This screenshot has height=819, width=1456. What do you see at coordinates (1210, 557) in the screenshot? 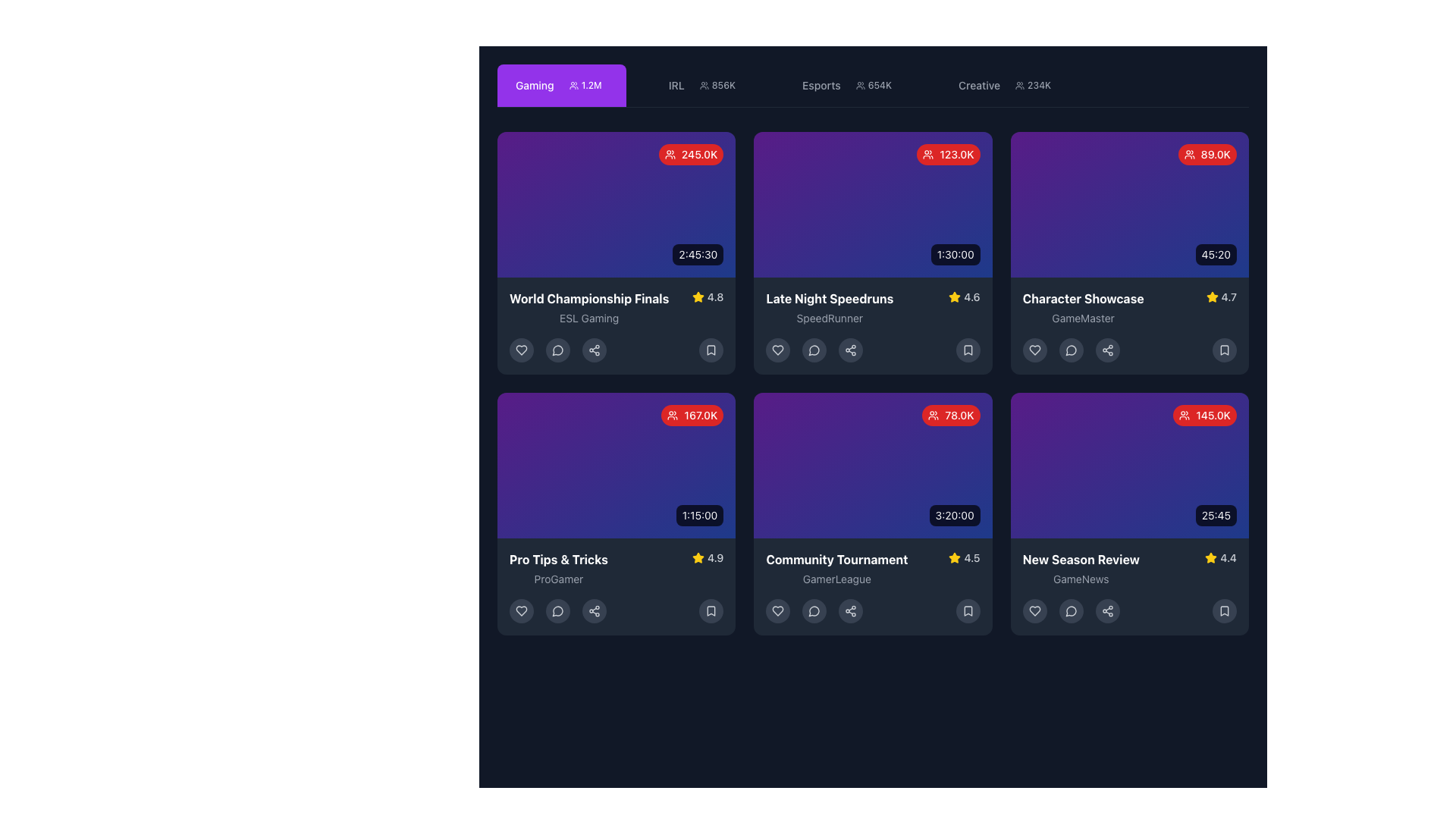
I see `the yellow star-shaped Rating Icon located in the bottom-right card of the displayed grid, next to the numeric rating value '4.4', to interact with it` at bounding box center [1210, 557].